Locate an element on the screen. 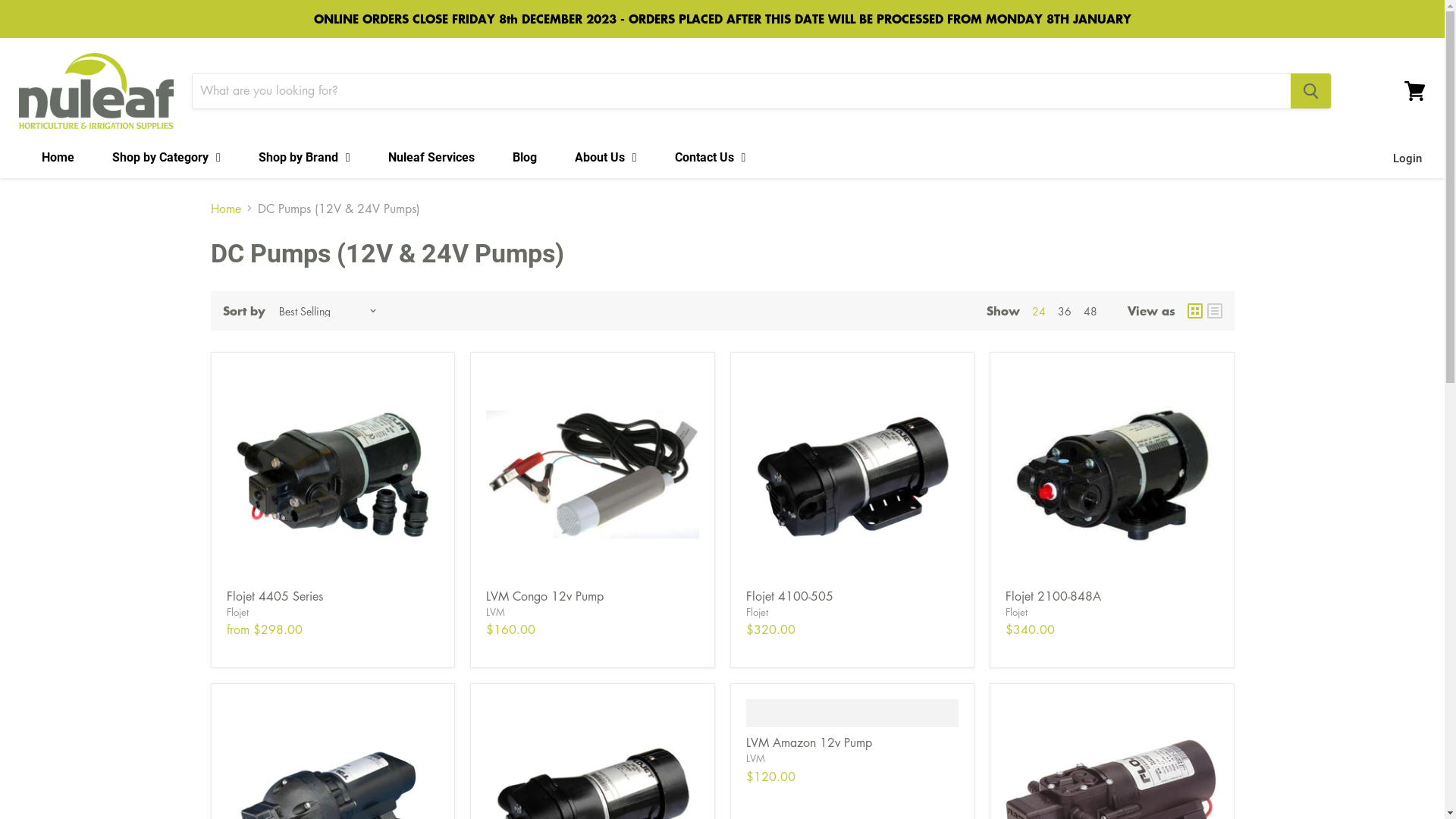  'Nuleaf Services' is located at coordinates (427, 157).